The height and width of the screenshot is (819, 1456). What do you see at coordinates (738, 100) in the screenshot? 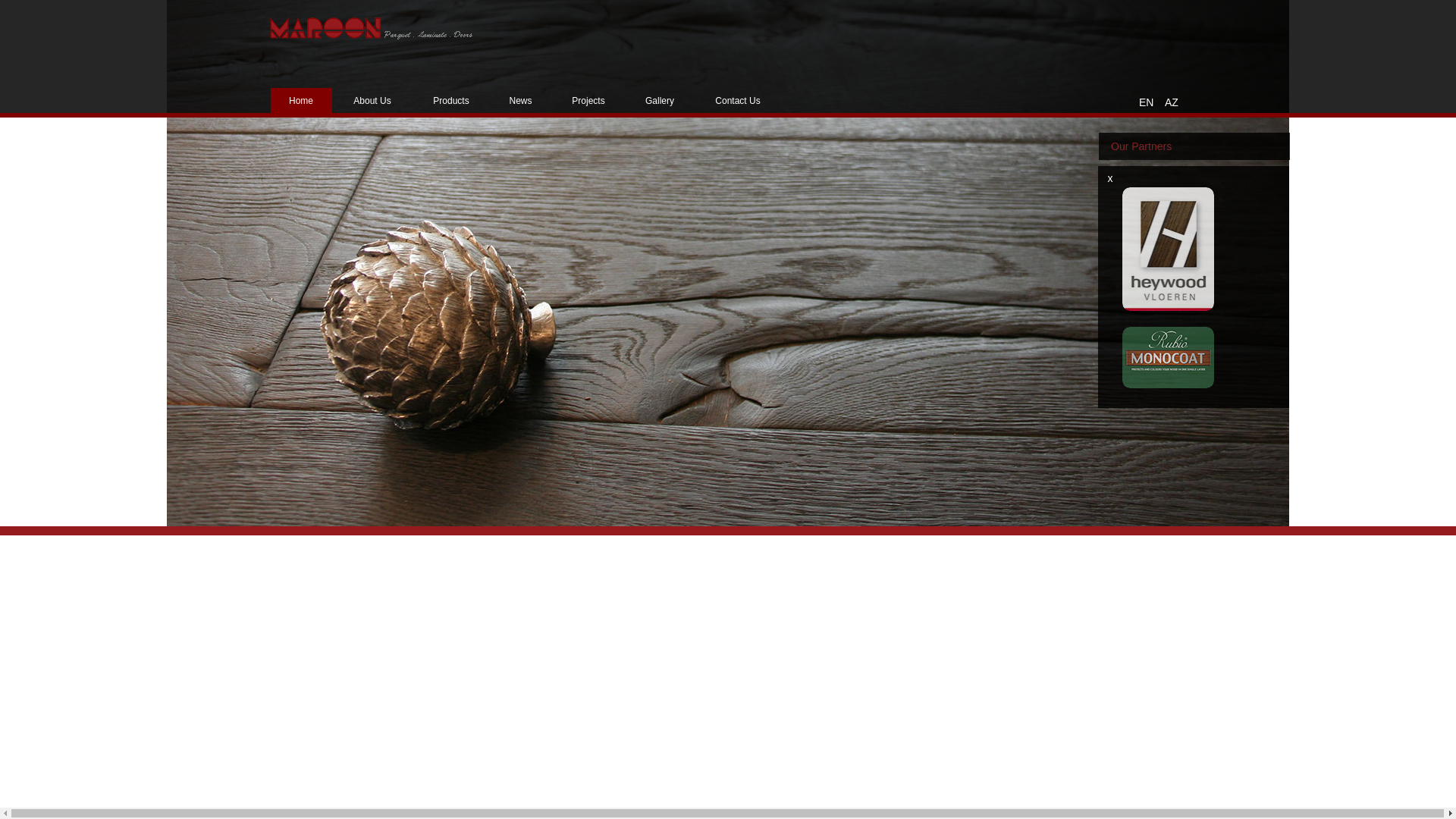
I see `'Contact Us'` at bounding box center [738, 100].